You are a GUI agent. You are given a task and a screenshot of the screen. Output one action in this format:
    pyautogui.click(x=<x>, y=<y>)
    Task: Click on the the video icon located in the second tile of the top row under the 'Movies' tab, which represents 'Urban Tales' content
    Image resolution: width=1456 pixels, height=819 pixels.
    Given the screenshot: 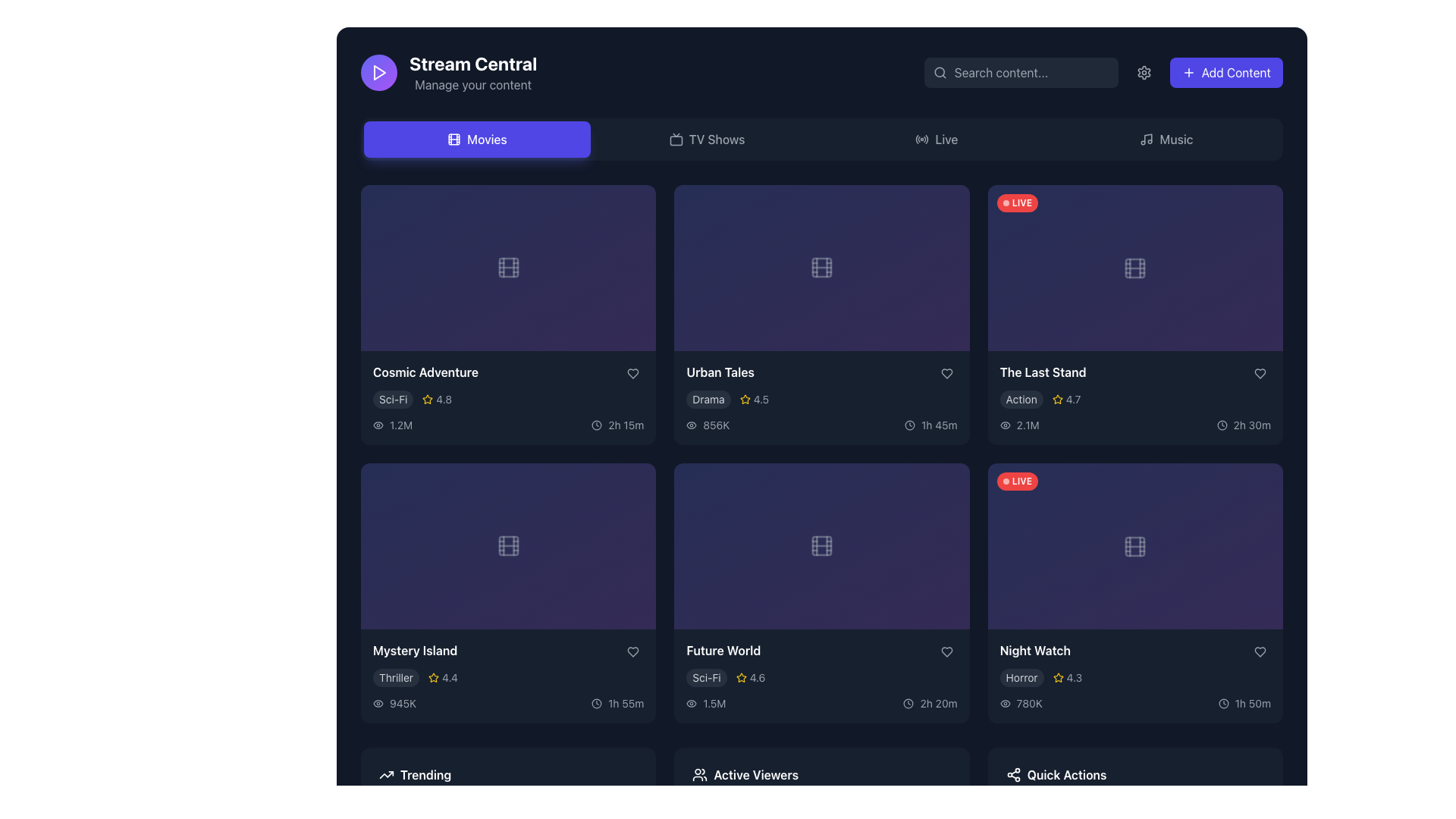 What is the action you would take?
    pyautogui.click(x=821, y=267)
    